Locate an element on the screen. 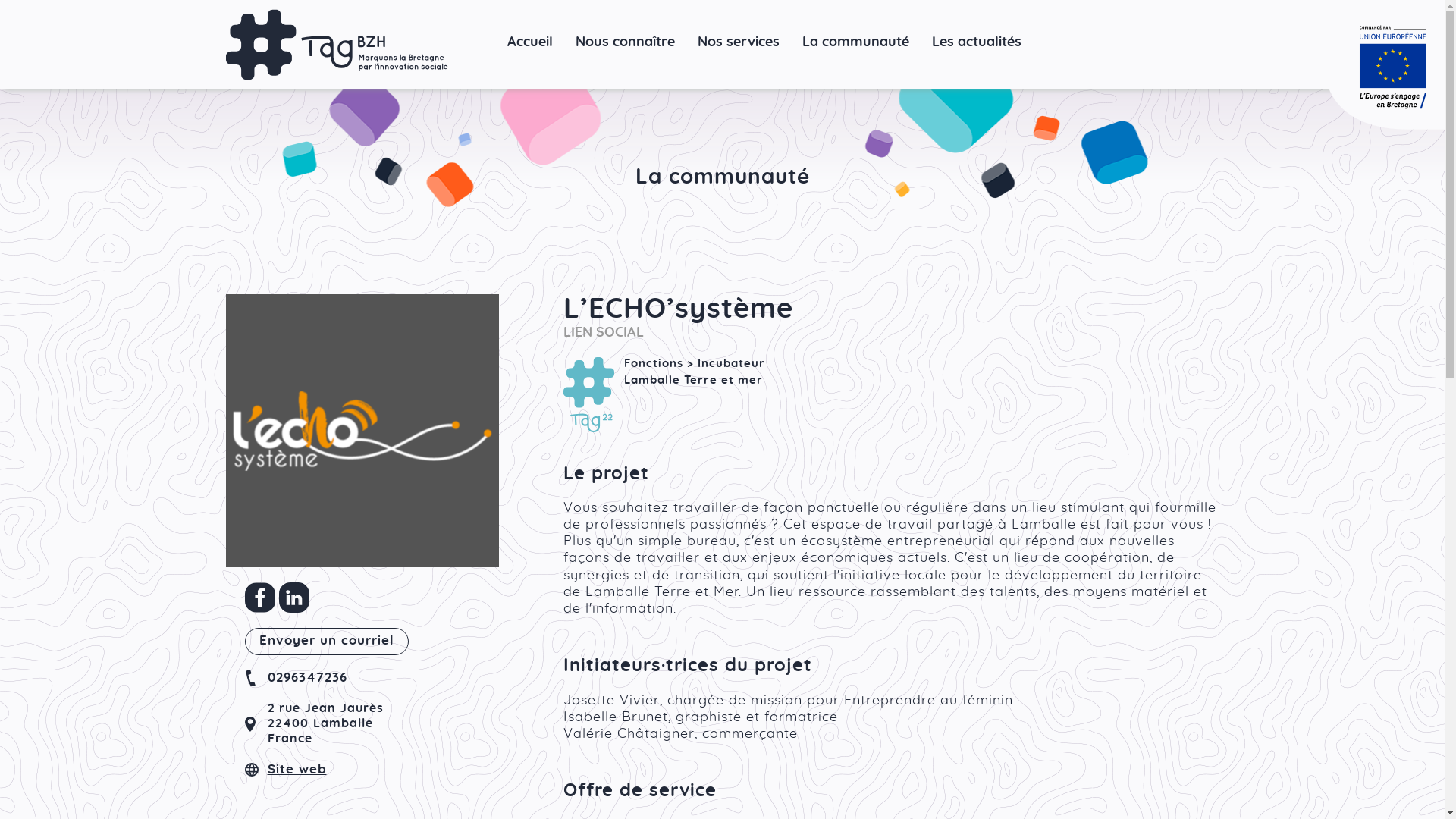  'Aller au contenu principal' is located at coordinates (0, 0).